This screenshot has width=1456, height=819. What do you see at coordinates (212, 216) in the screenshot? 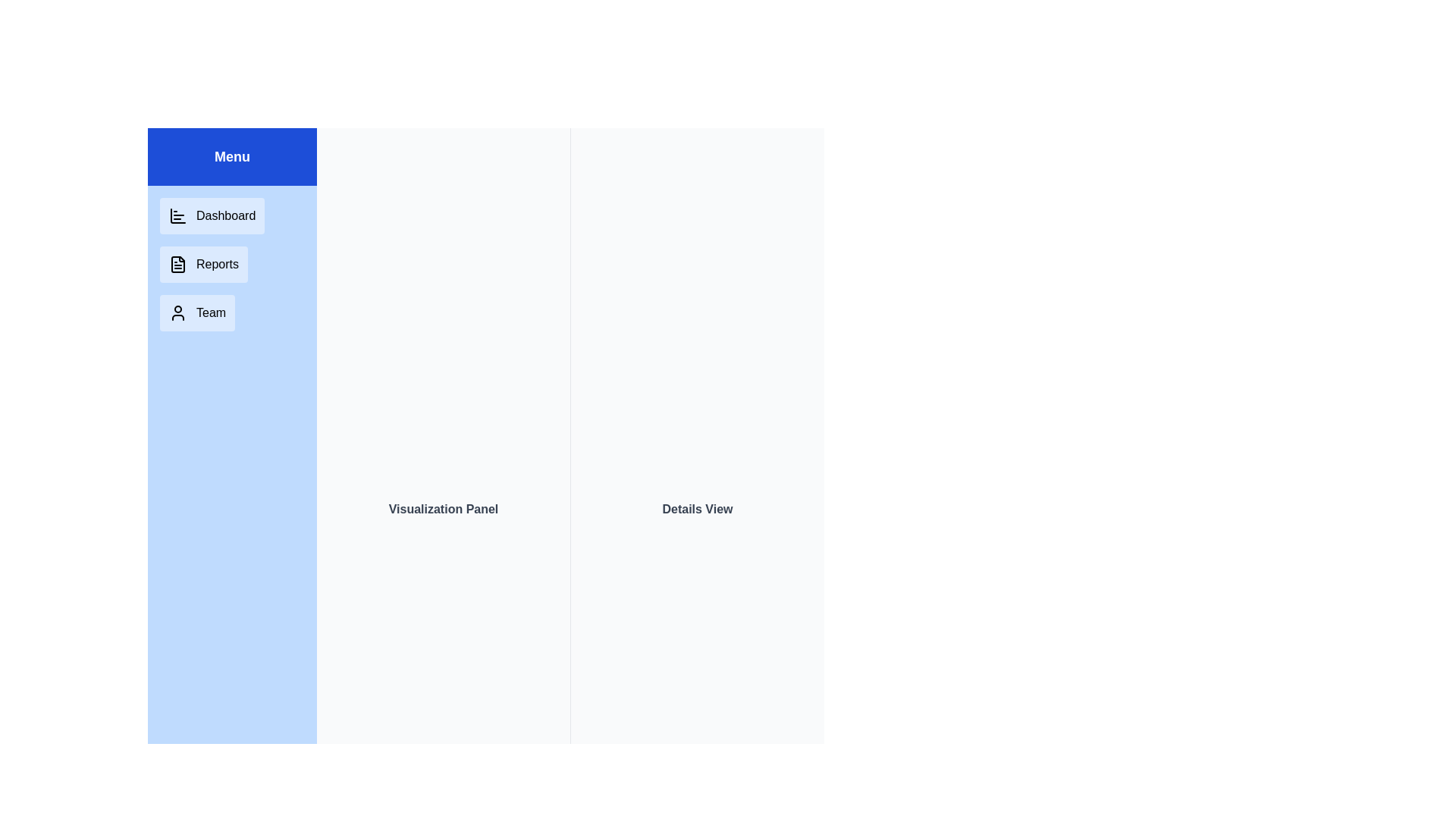
I see `the 'Dashboard' button located in the left-side sidebar, which is the first button in a vertical list and features a bar chart icon on the left and the text 'Dashboard' on the right` at bounding box center [212, 216].